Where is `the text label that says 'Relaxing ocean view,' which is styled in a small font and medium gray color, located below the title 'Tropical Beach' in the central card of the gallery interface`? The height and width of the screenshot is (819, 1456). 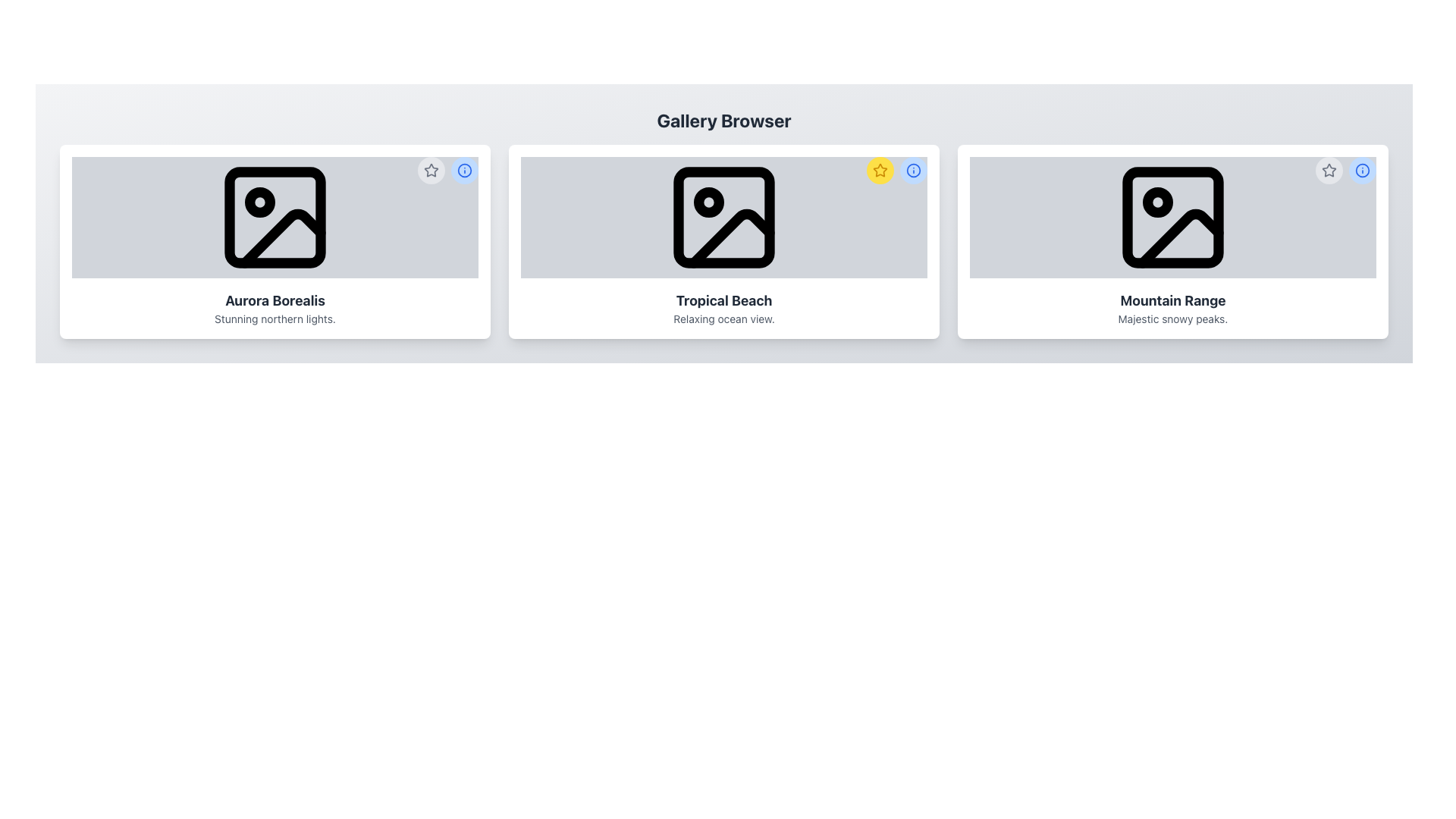 the text label that says 'Relaxing ocean view,' which is styled in a small font and medium gray color, located below the title 'Tropical Beach' in the central card of the gallery interface is located at coordinates (723, 318).